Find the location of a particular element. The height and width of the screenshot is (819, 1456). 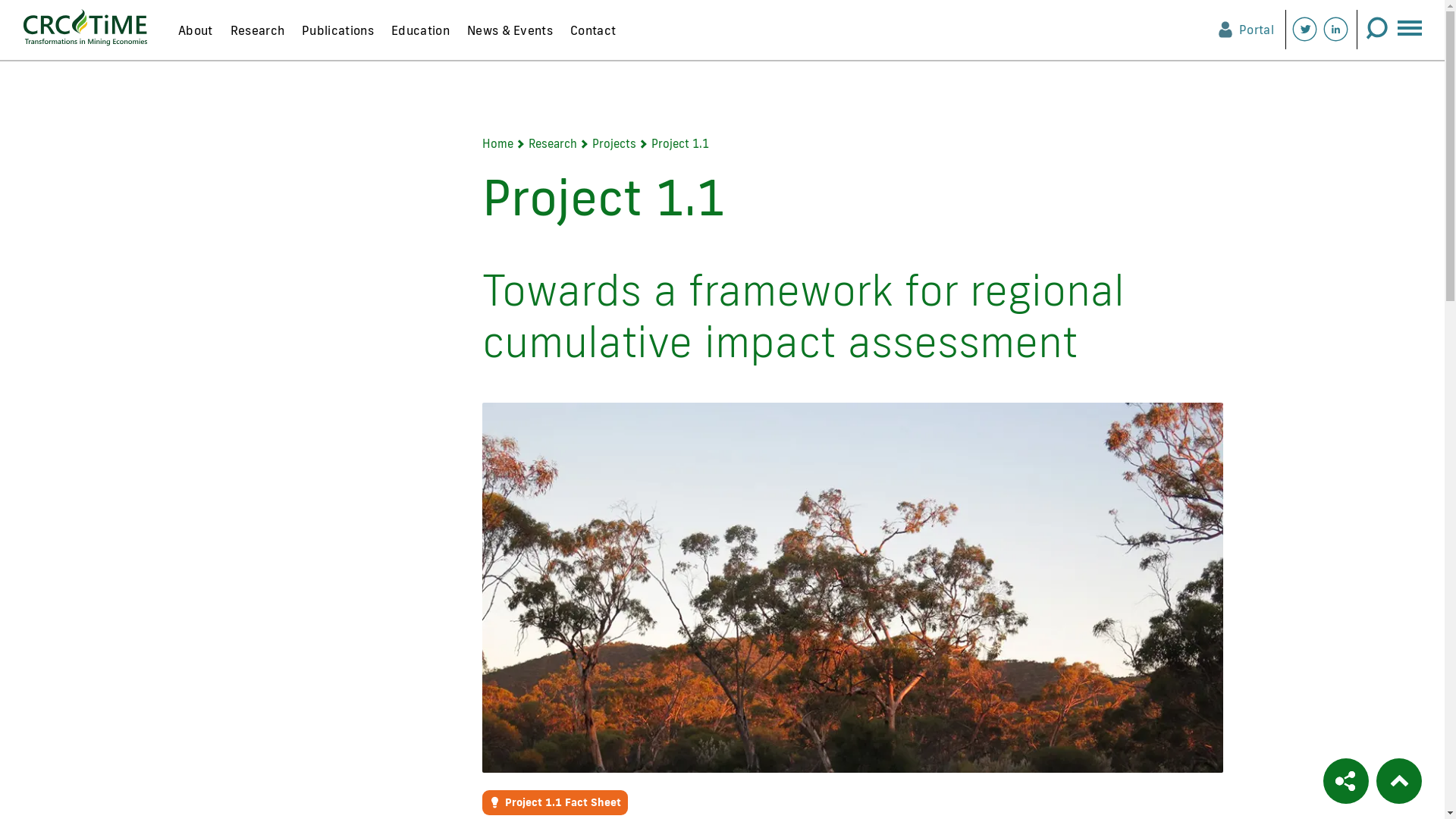

'Back to Top' is located at coordinates (1398, 780).